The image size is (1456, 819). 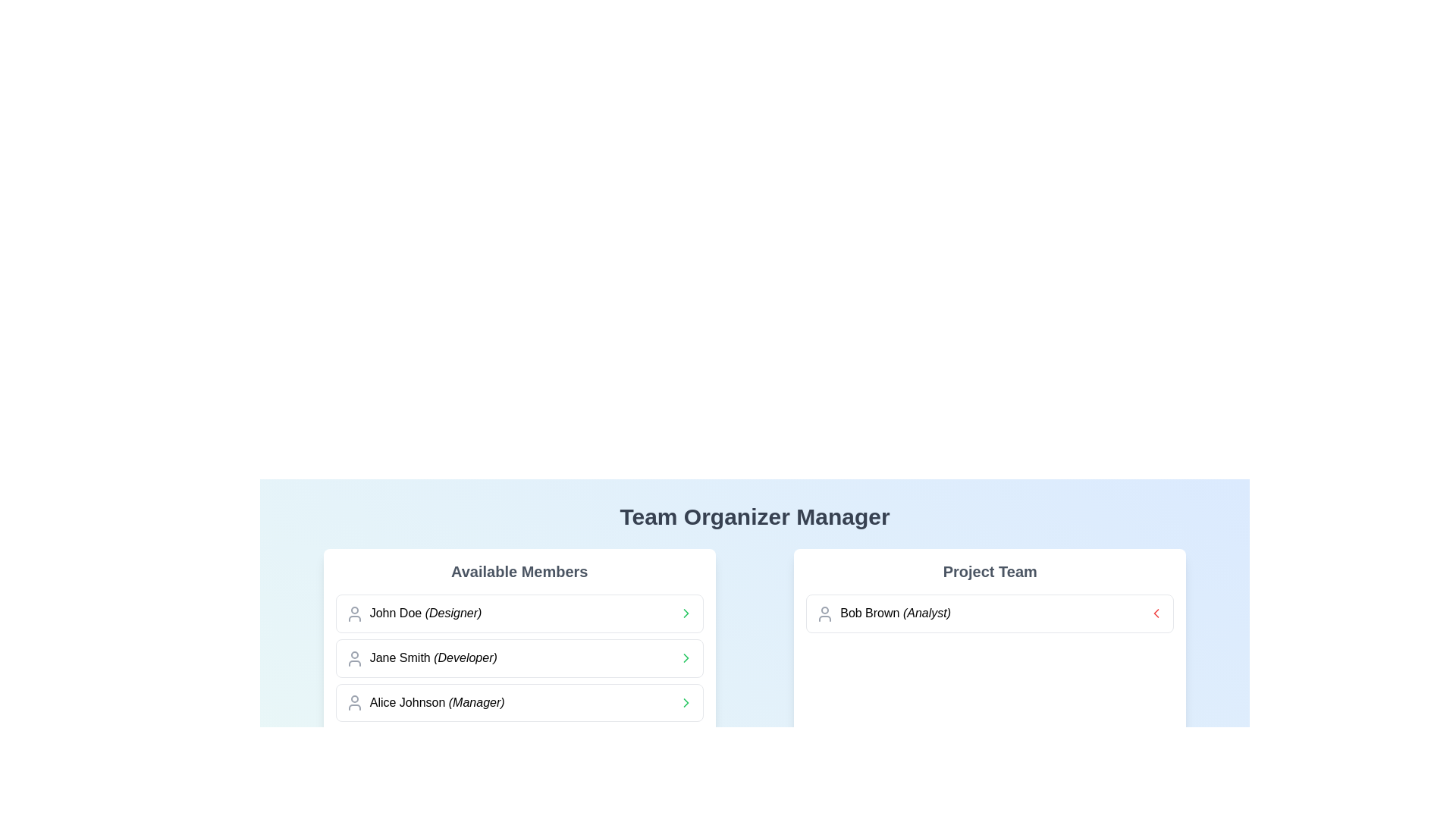 I want to click on the text label that identifies the second team member in the 'Available Members' section, positioned between 'John Doe (Designer)' and 'Alice Johnson (Manager)', so click(x=421, y=657).